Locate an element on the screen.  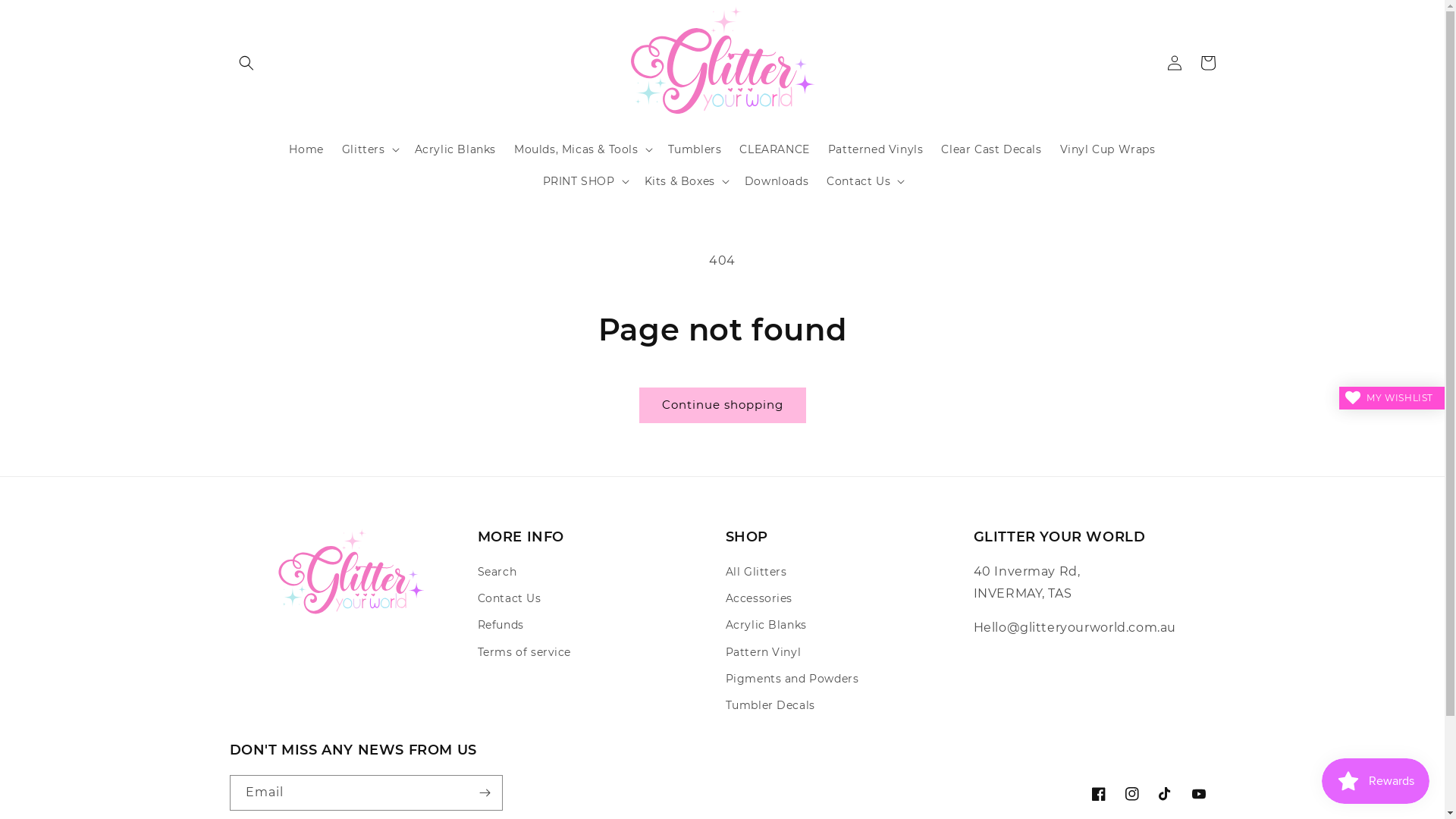
'Accessories' is located at coordinates (723, 598).